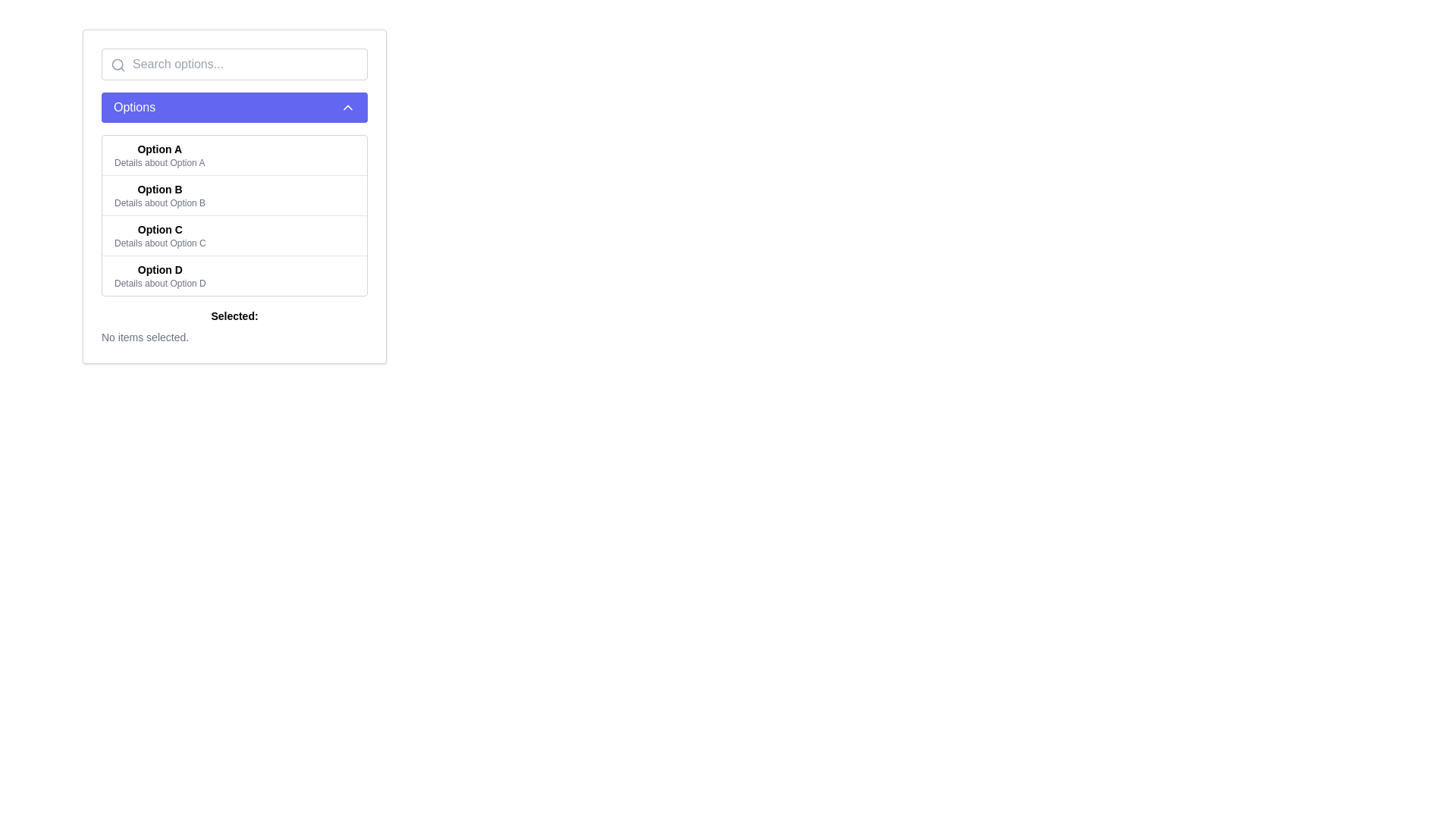 This screenshot has height=819, width=1456. I want to click on the static text label saying 'Details about Option A' which is styled in gray and appears beneath the 'Option A' label in the options list, so click(159, 163).